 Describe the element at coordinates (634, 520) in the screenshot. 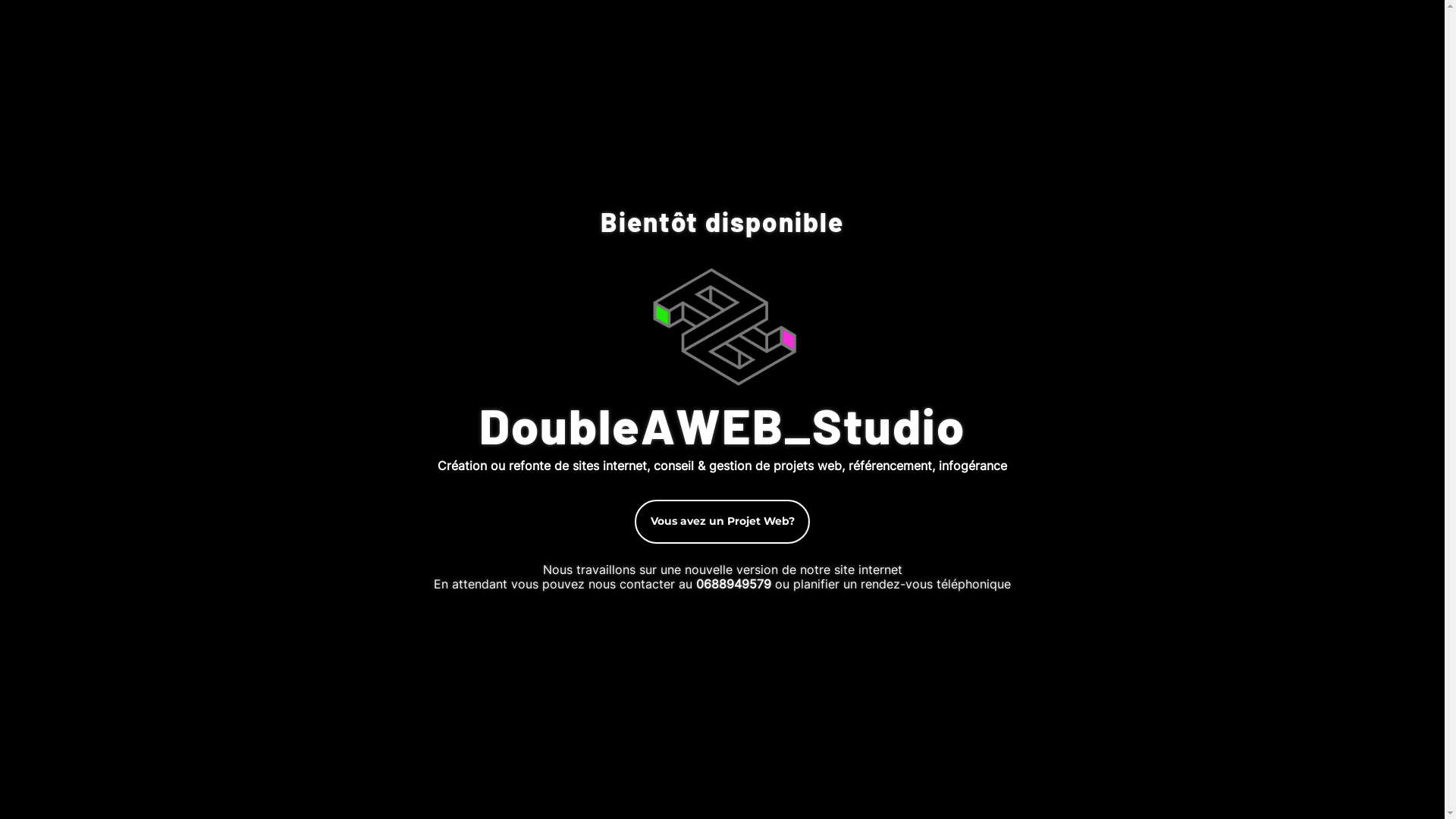

I see `'Vous avez un Projet Web?'` at that location.